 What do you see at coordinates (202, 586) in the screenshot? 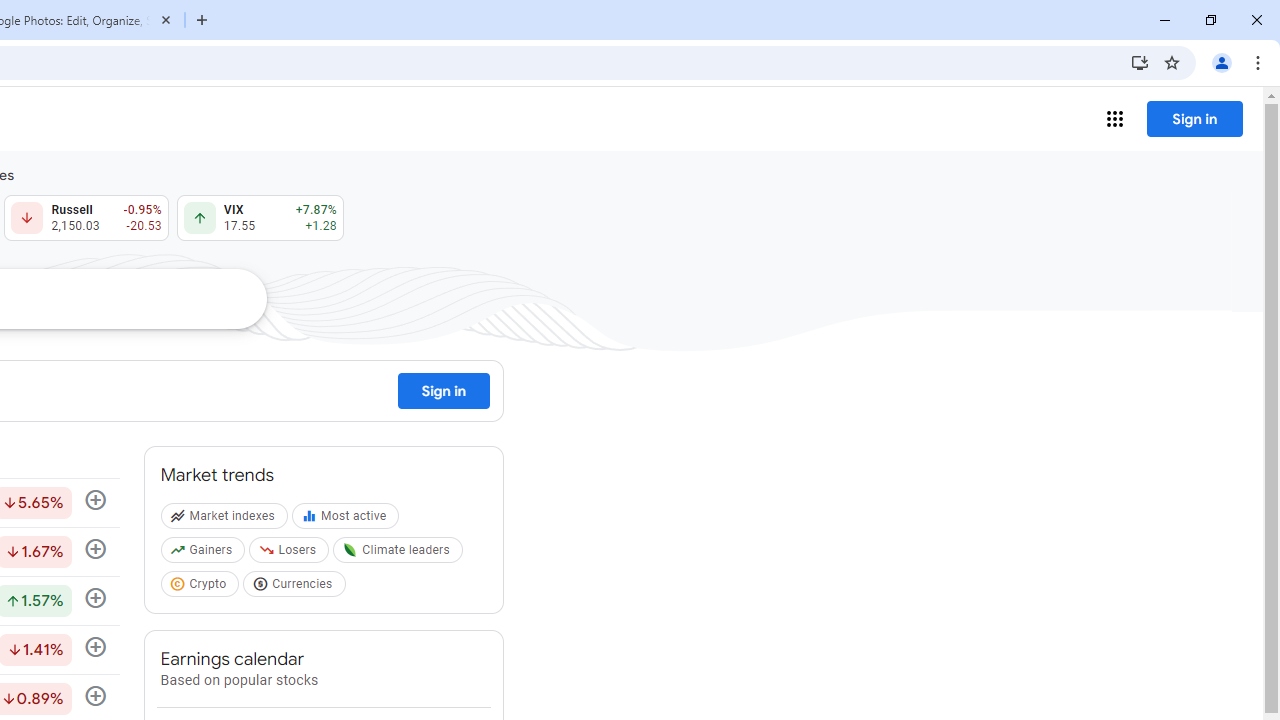
I see `'Crypto'` at bounding box center [202, 586].